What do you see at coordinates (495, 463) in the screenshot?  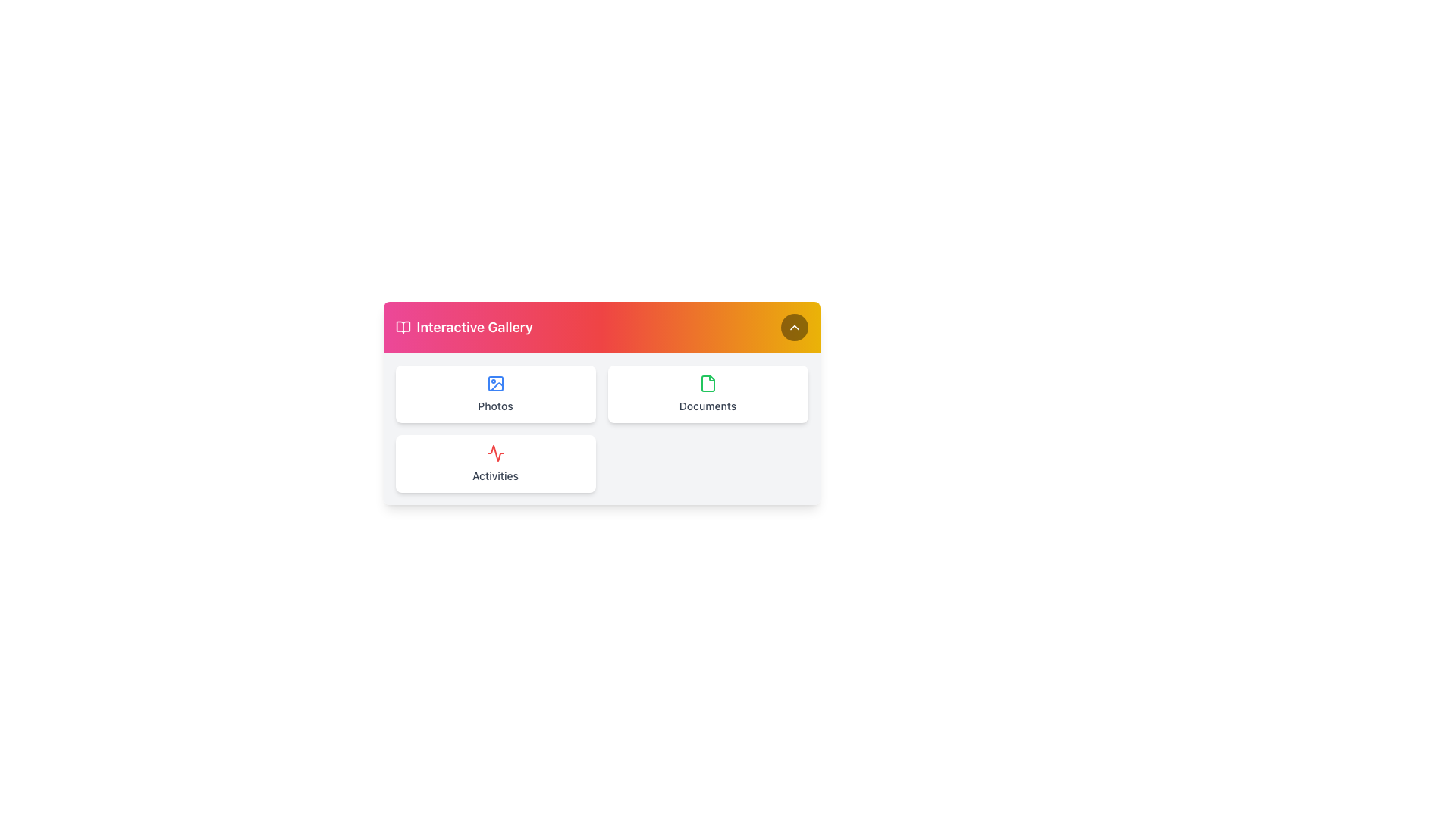 I see `the card item with a white background, rounded corners, and a red waveform icon labeled 'Activities', located in the bottom-left position of the grid layout` at bounding box center [495, 463].